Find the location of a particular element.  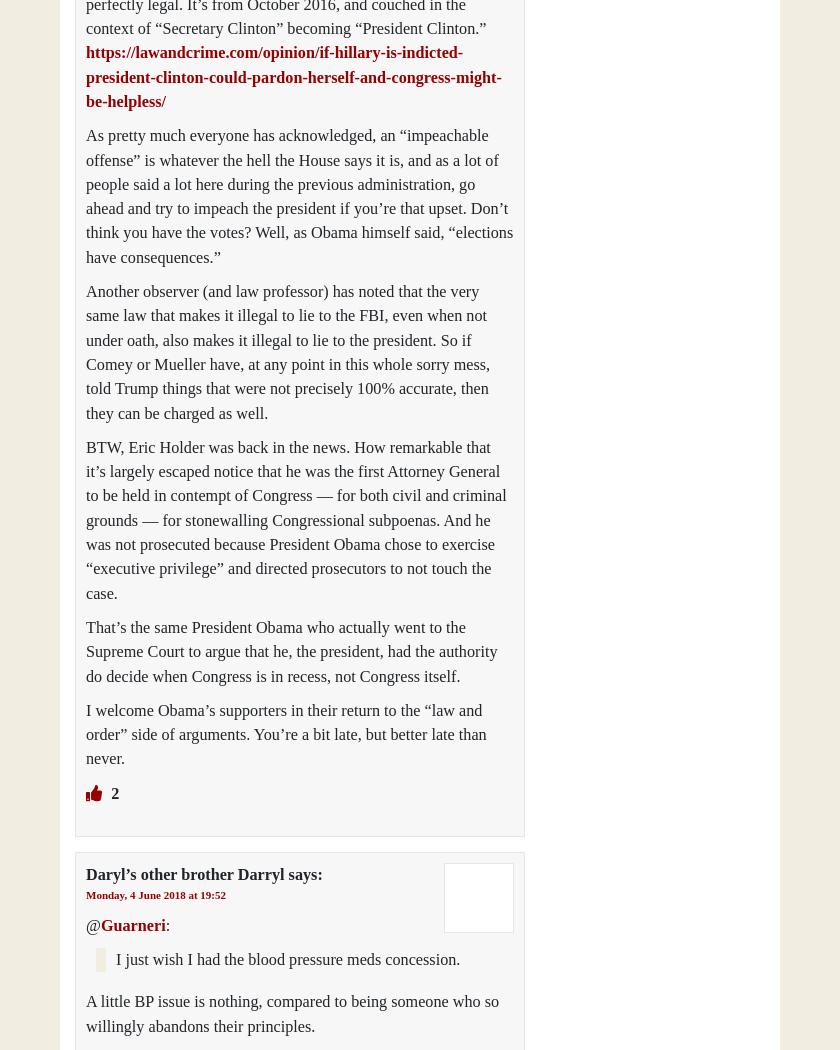

'says:' is located at coordinates (305, 873).